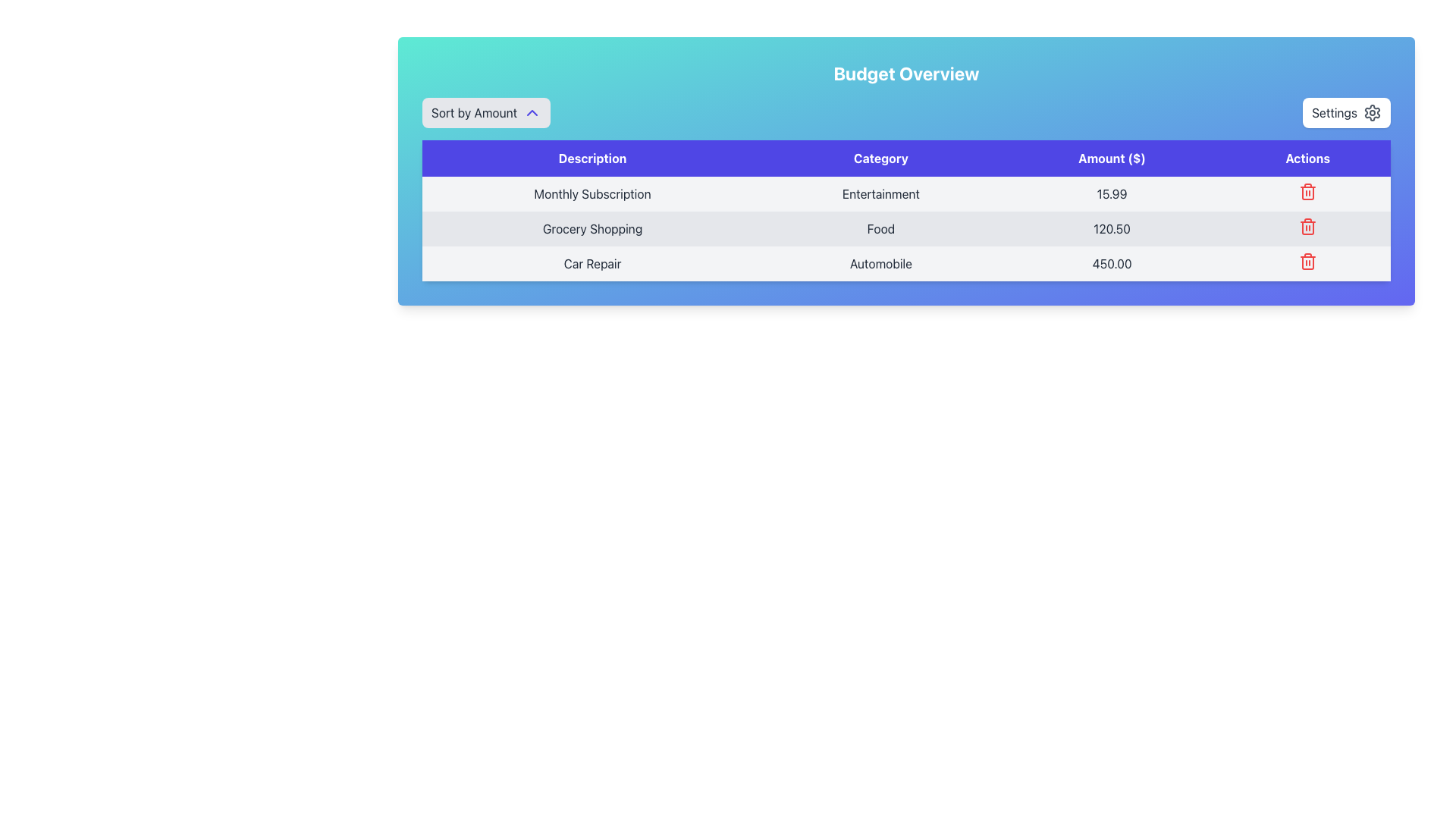  What do you see at coordinates (880, 228) in the screenshot?
I see `the text label displaying the category type 'Food' for the associated item 'Grocery Shopping' in the second cell of the 'Category' column in the 'Budget Overview' table` at bounding box center [880, 228].